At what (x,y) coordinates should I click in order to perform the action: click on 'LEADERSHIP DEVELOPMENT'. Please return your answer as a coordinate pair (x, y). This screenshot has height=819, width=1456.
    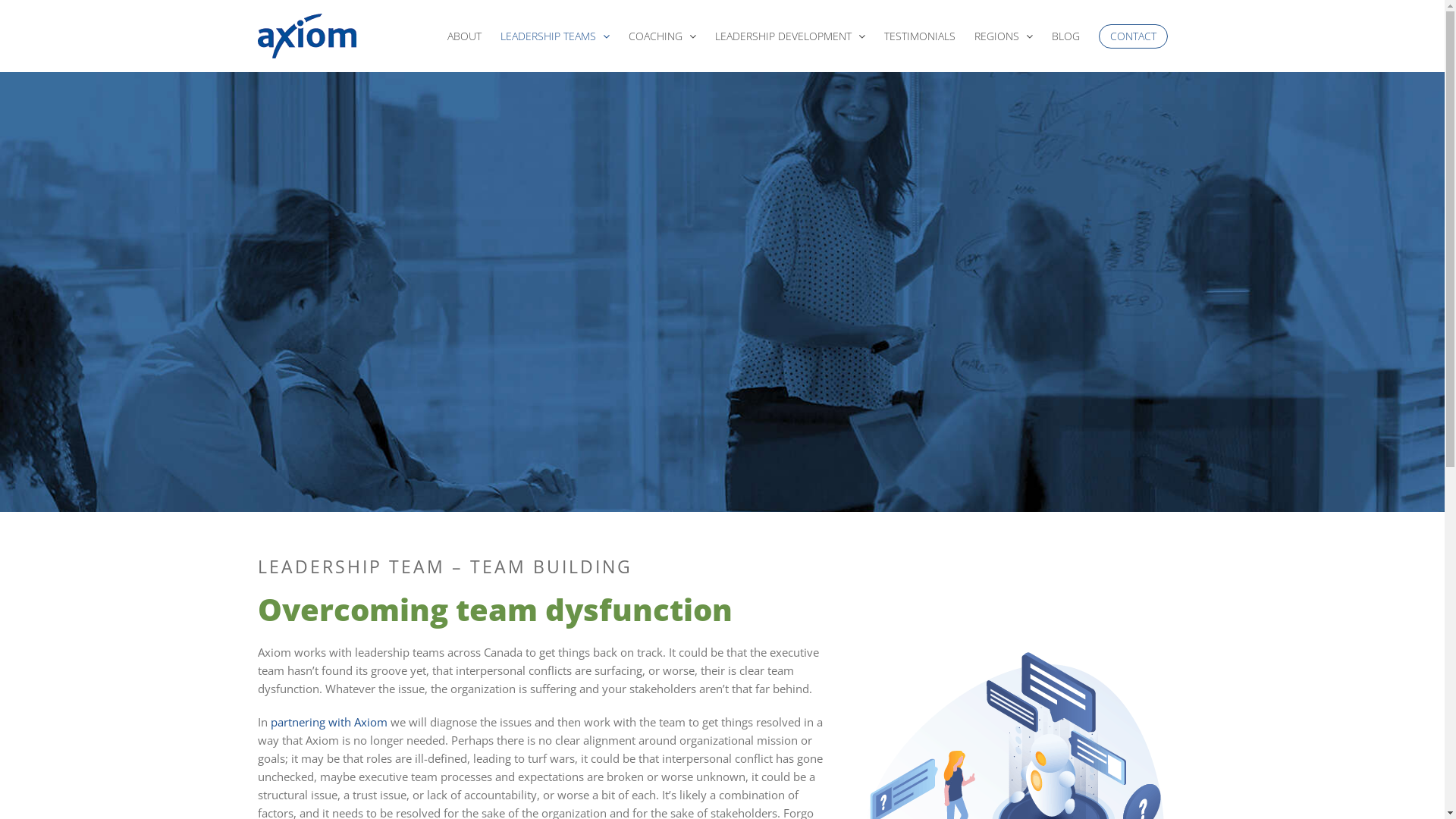
    Looking at the image, I should click on (789, 35).